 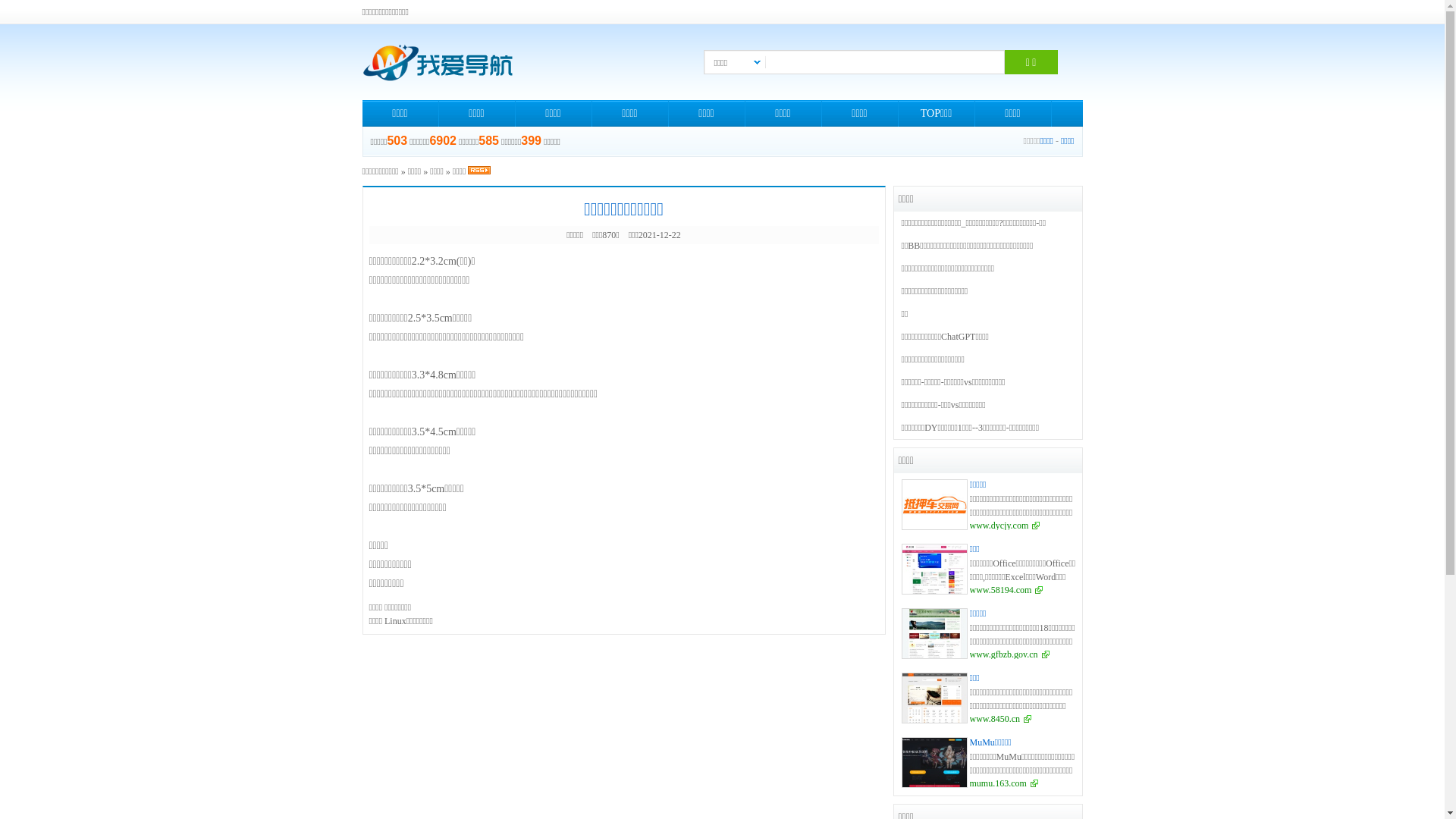 What do you see at coordinates (1009, 654) in the screenshot?
I see `'www.gfbzb.gov.cn'` at bounding box center [1009, 654].